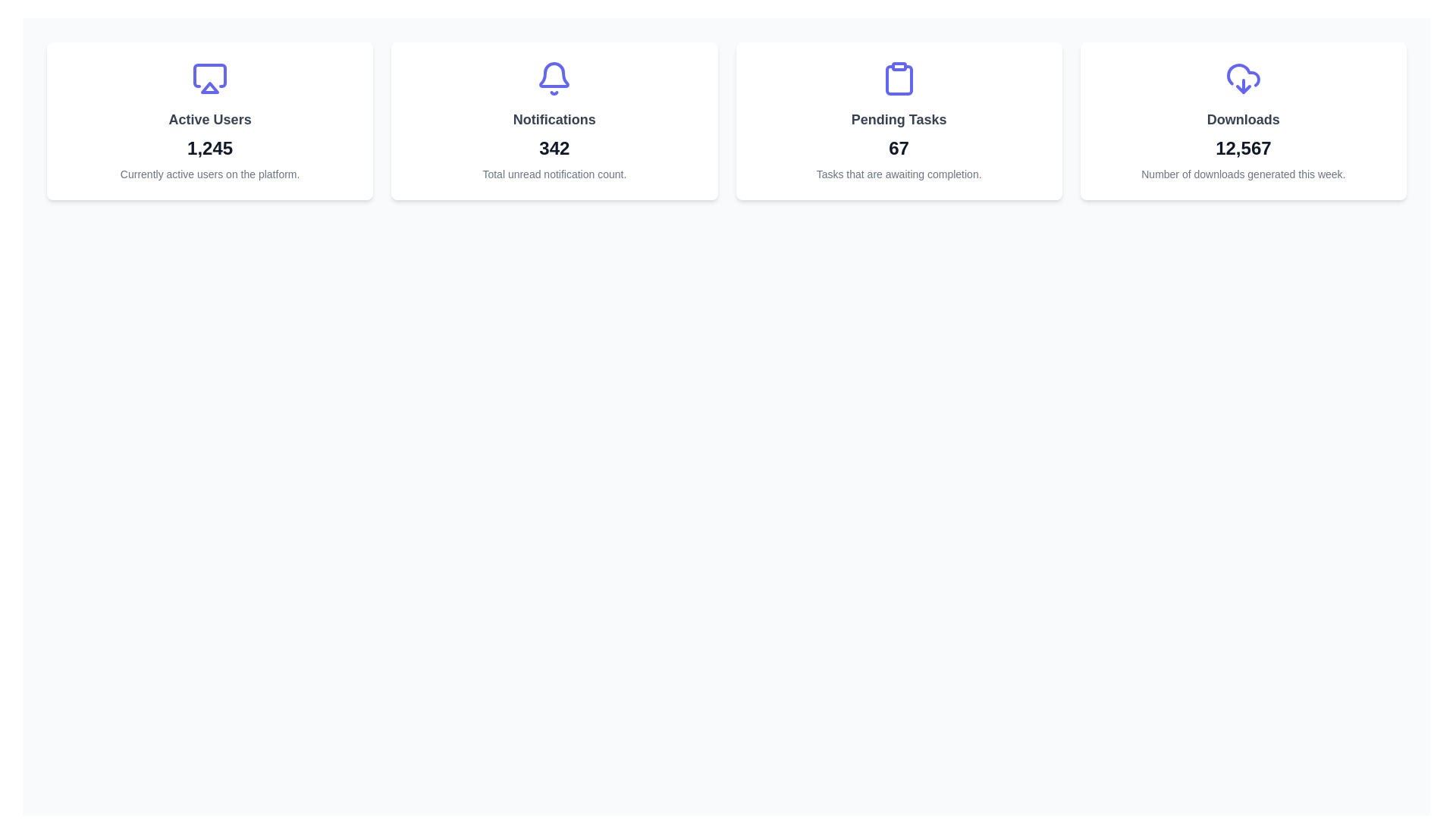 This screenshot has width=1456, height=819. I want to click on the cloud icon with a downward arrow, which is vividly indigo and located at the top center of the 'Downloads' card, so click(1243, 79).